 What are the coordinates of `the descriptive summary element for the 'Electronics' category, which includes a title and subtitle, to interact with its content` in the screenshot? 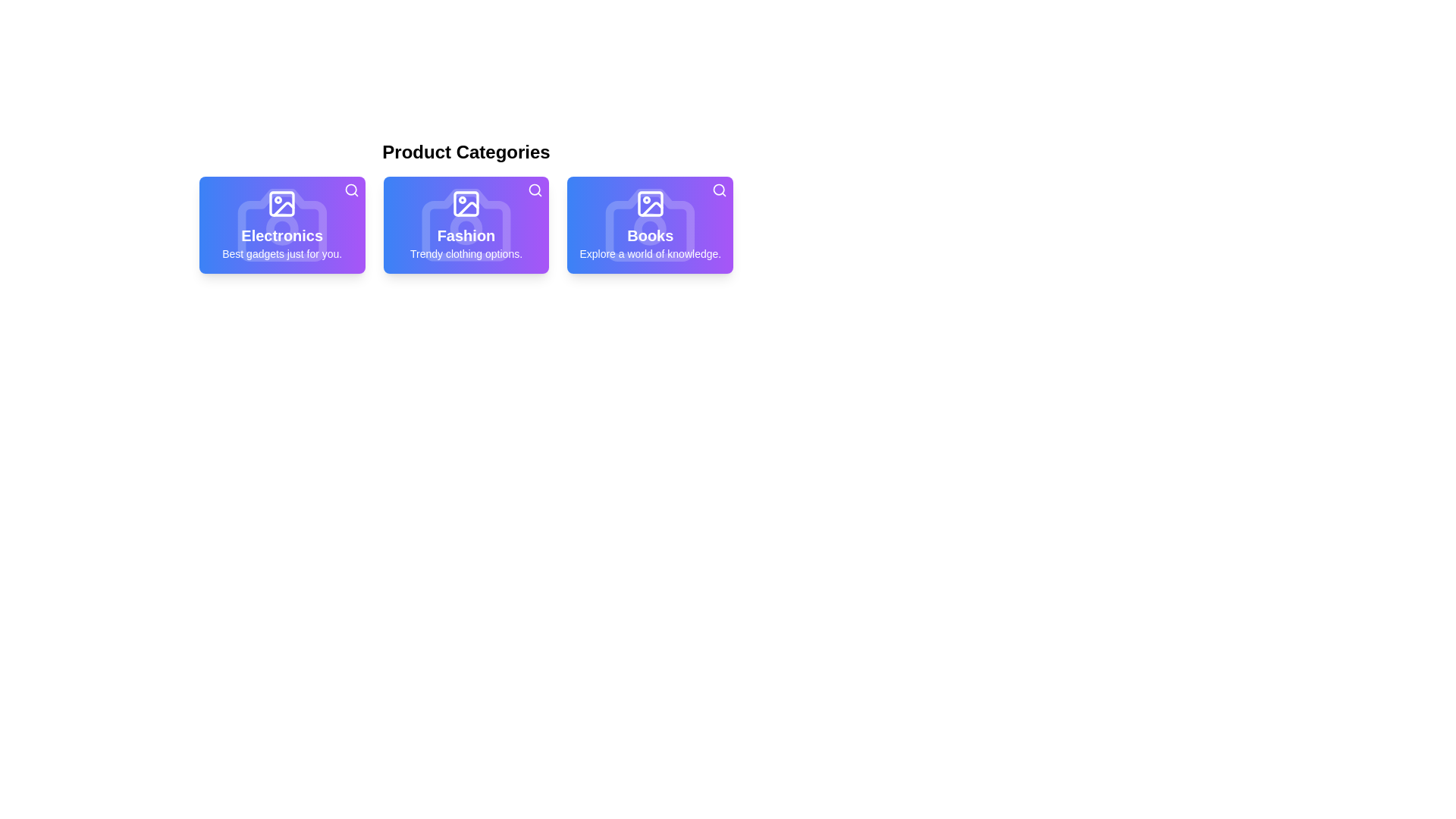 It's located at (282, 225).